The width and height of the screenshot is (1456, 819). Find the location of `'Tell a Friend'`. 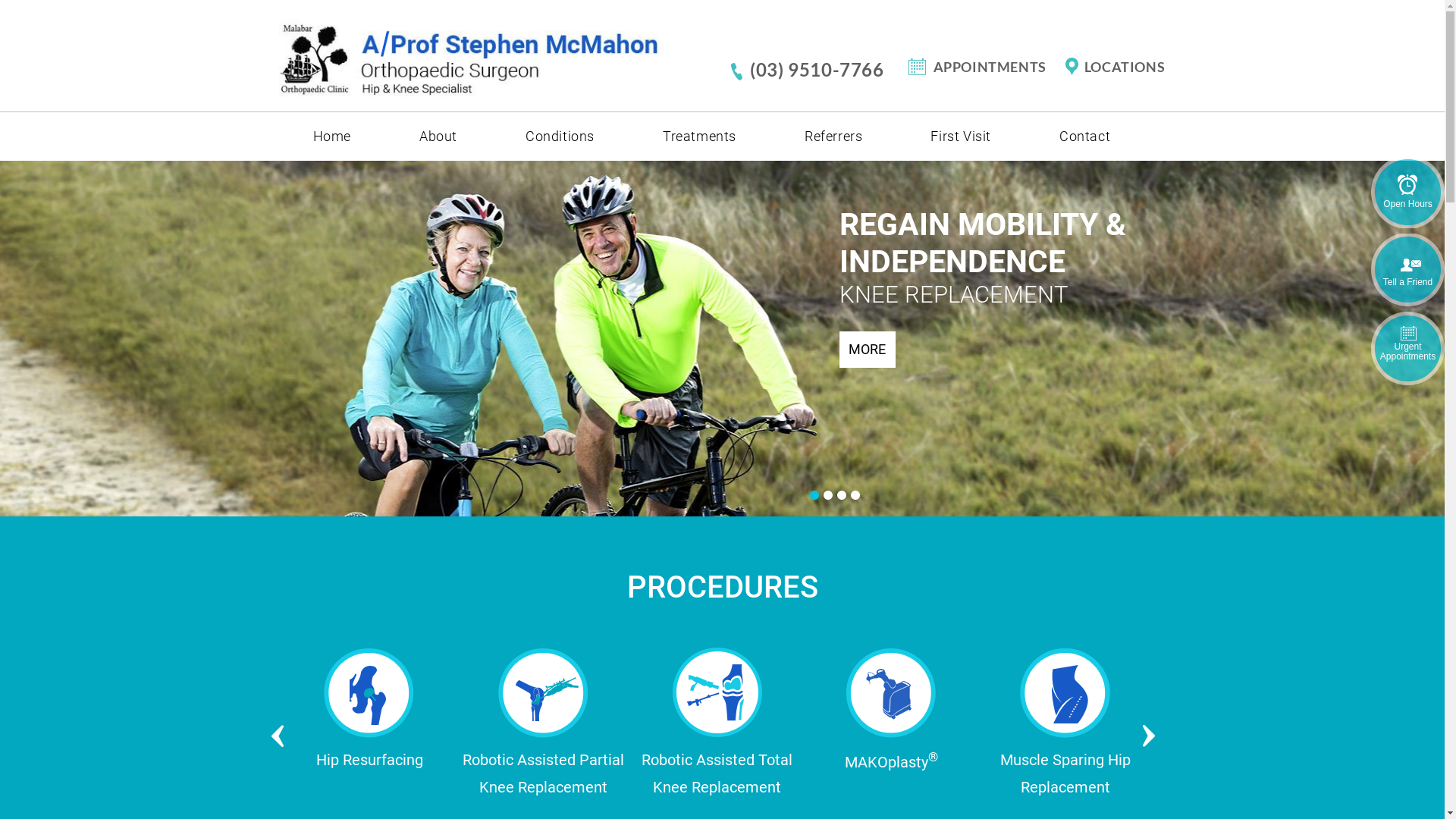

'Tell a Friend' is located at coordinates (1407, 270).